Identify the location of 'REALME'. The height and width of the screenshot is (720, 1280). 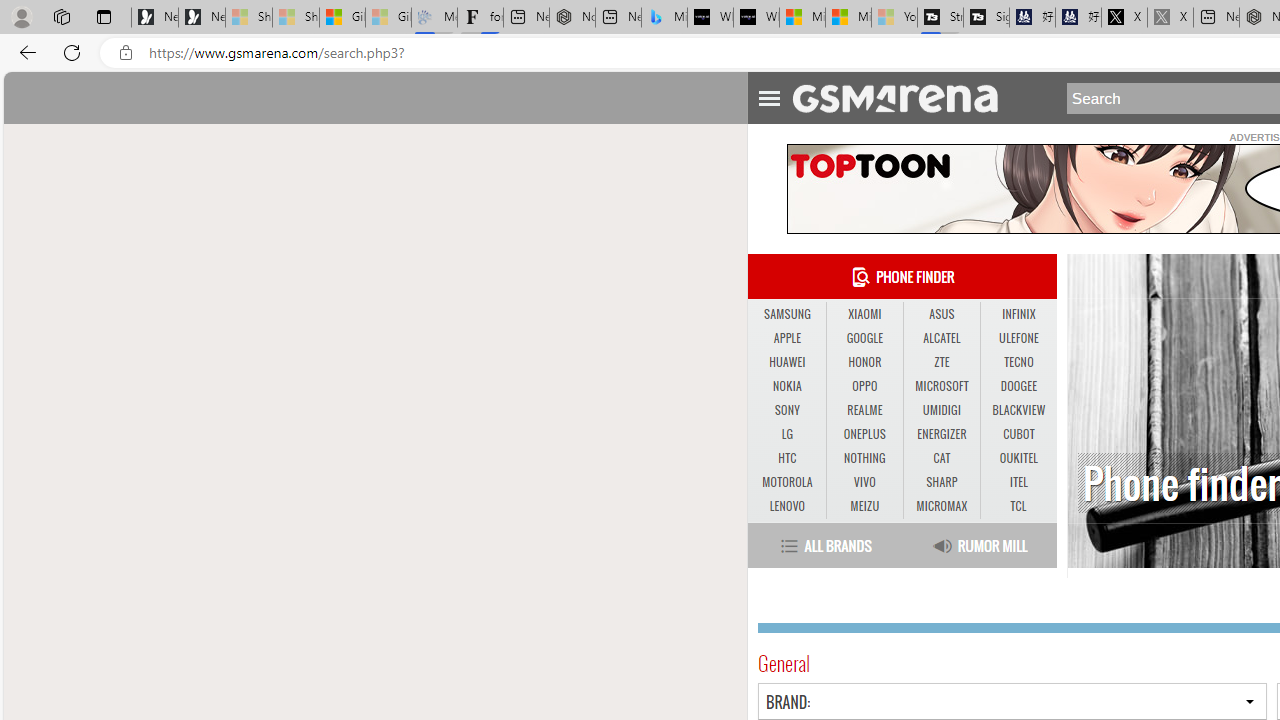
(864, 410).